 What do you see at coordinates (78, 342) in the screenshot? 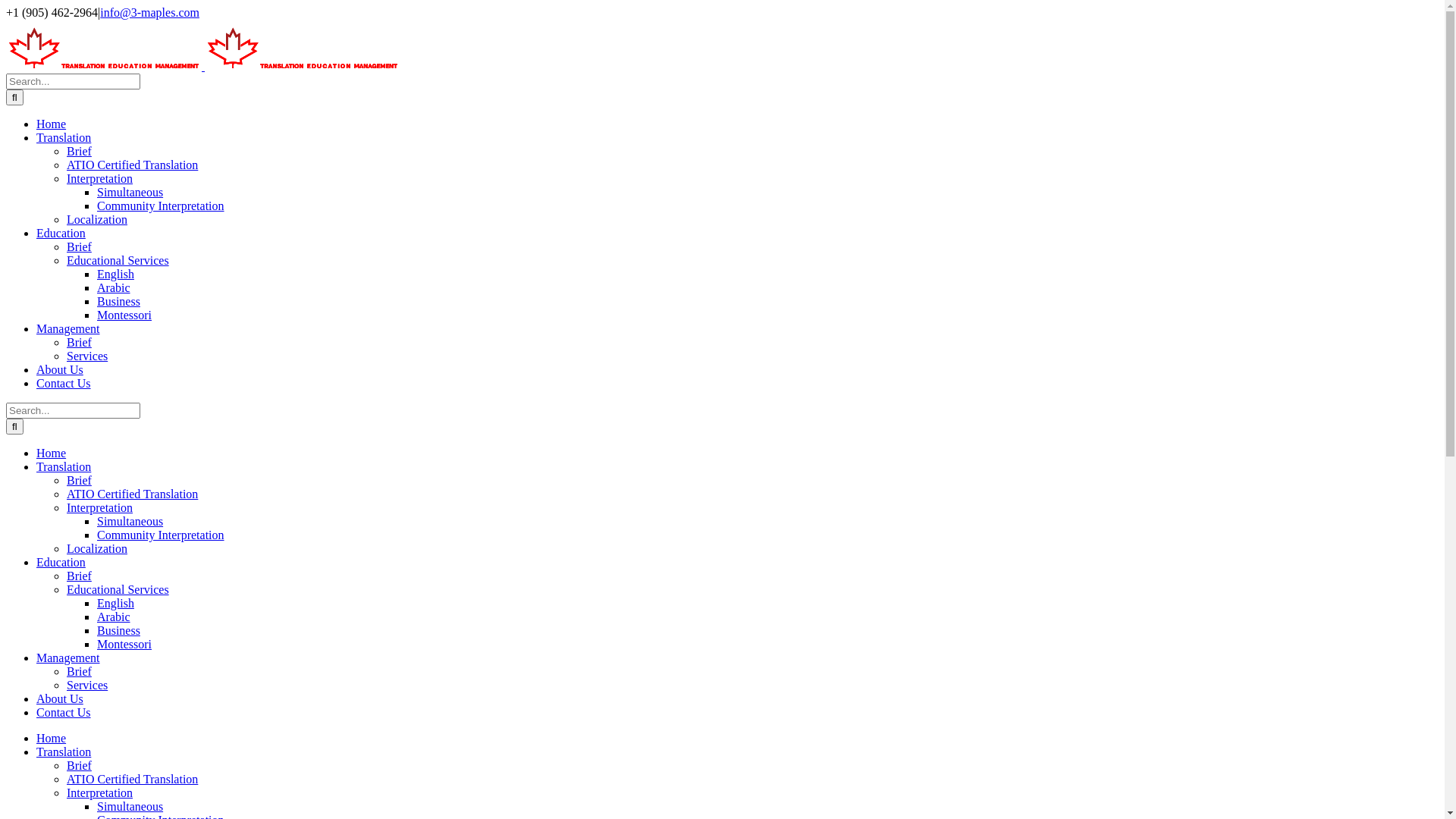
I see `'Brief'` at bounding box center [78, 342].